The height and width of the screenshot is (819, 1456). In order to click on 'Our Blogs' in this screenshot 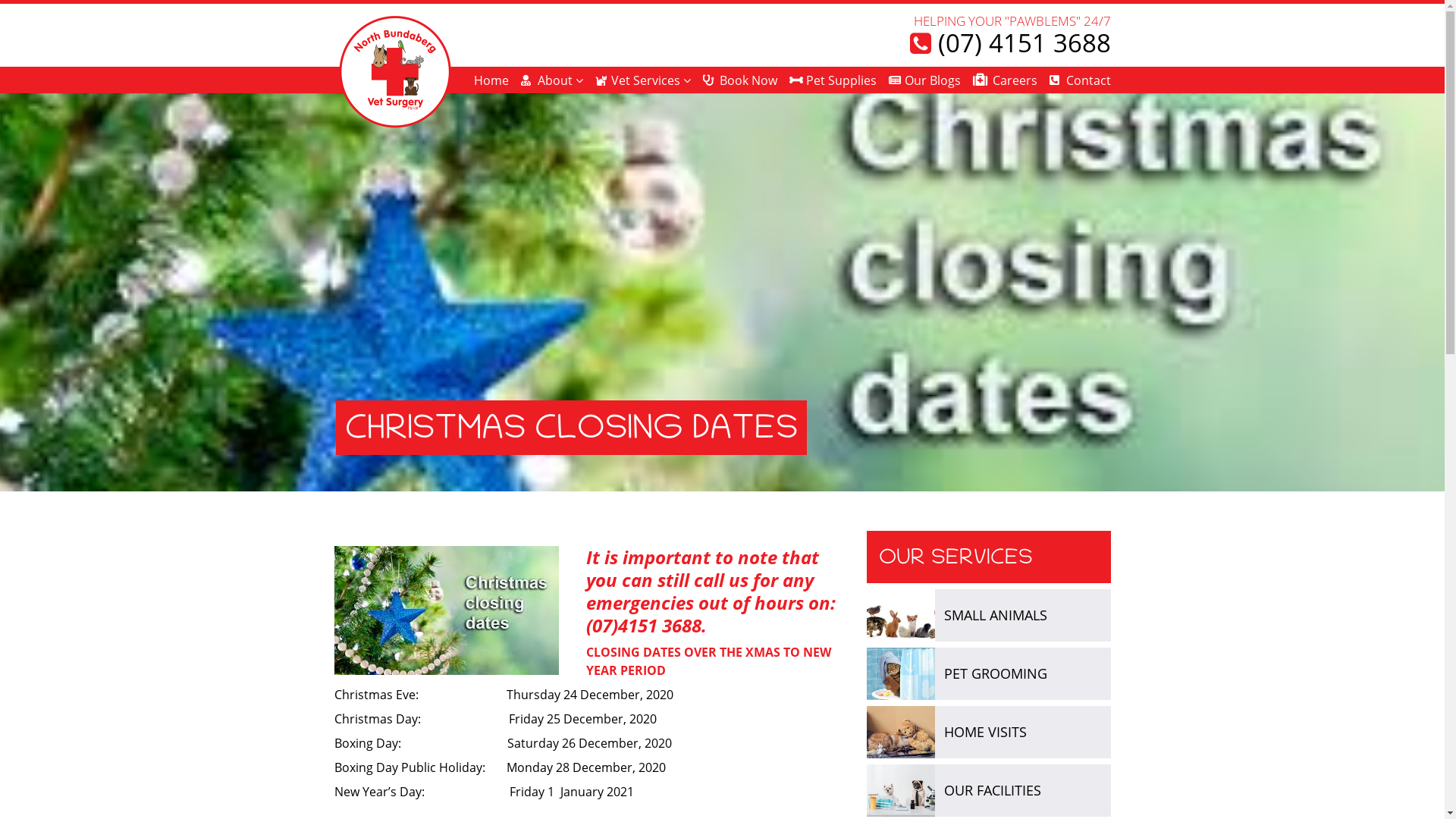, I will do `click(924, 80)`.